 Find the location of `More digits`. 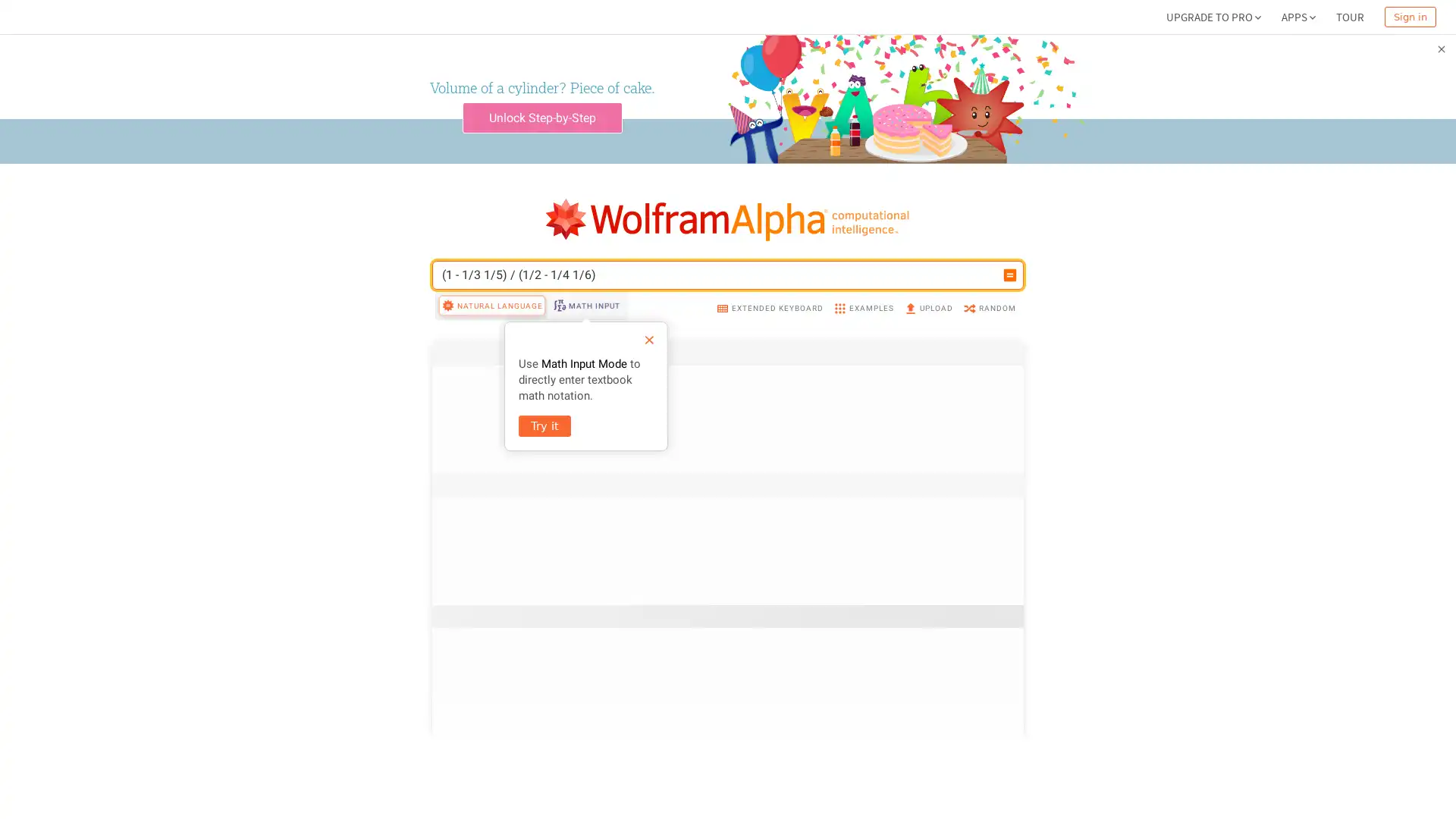

More digits is located at coordinates (977, 494).